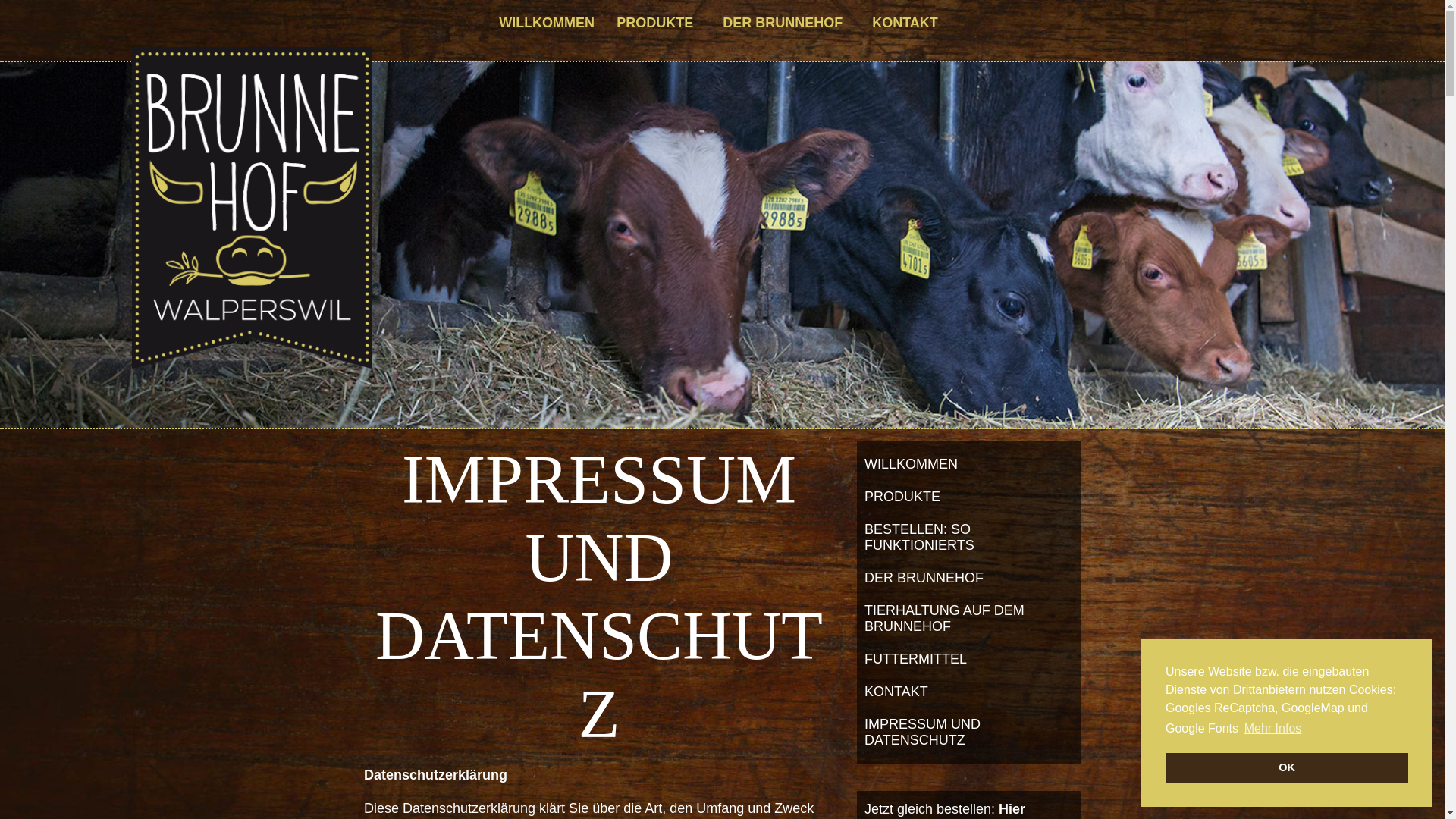  What do you see at coordinates (864, 692) in the screenshot?
I see `'KONTAKT'` at bounding box center [864, 692].